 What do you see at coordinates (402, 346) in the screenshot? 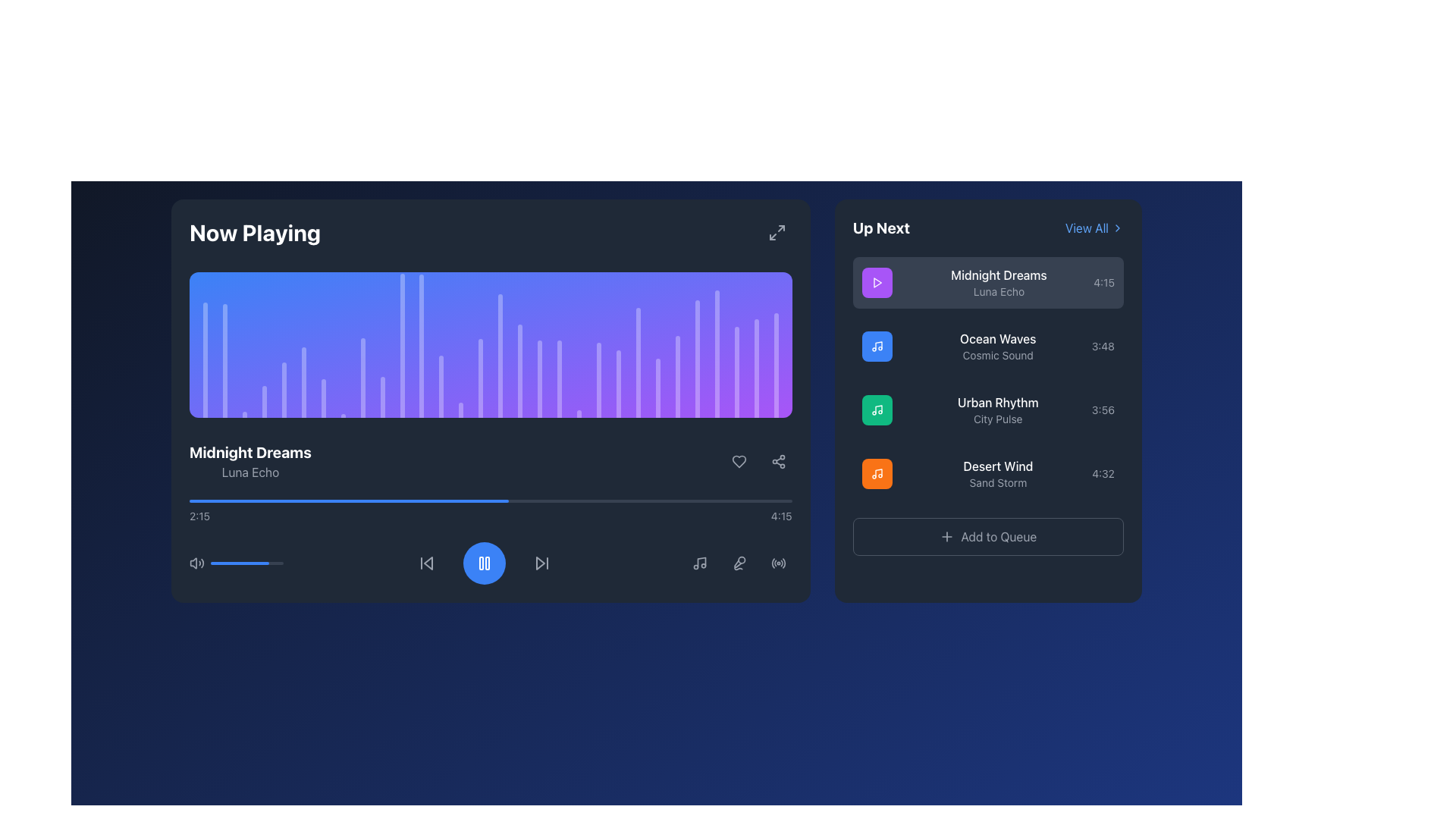
I see `the 11th vertical graphical bar with a rounded top in the music player interface, which has a light-colored gradient against a darker background` at bounding box center [402, 346].